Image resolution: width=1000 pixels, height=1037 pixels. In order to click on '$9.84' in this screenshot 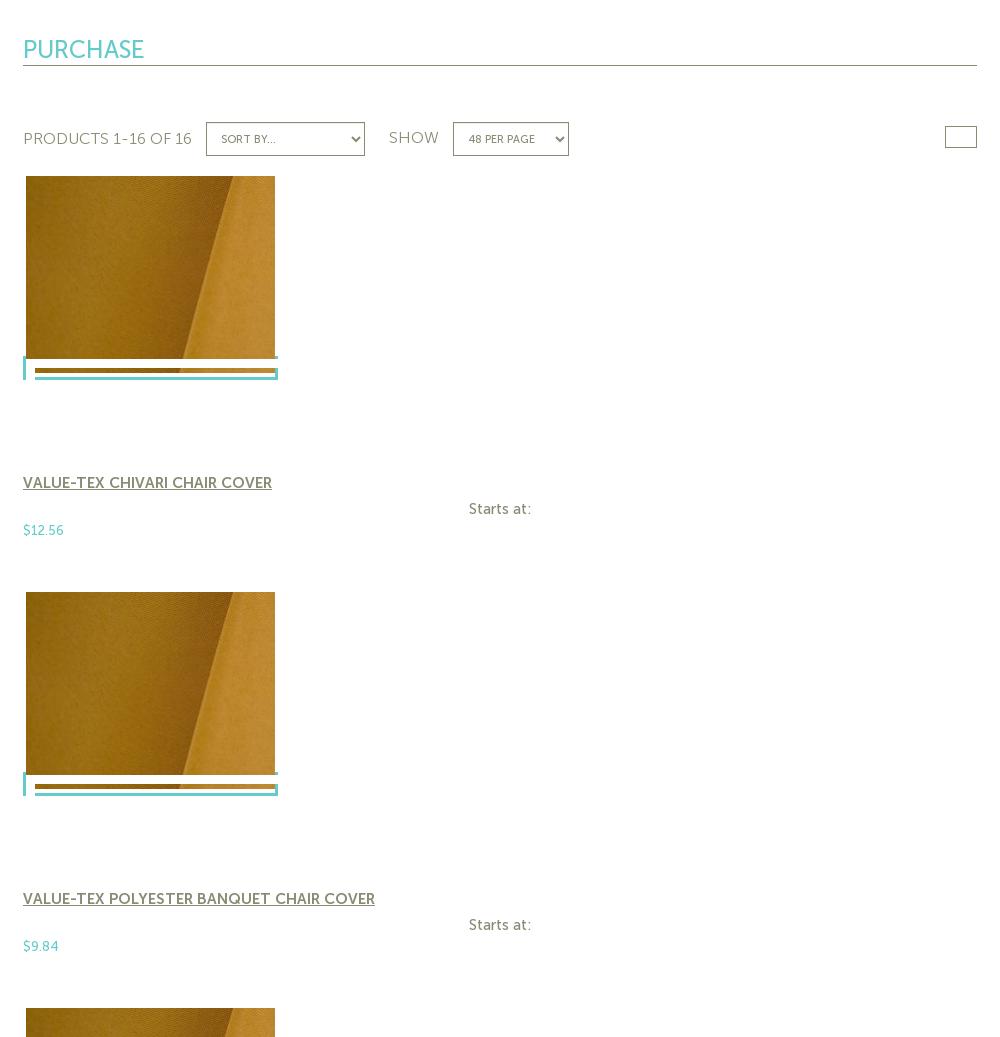, I will do `click(41, 946)`.